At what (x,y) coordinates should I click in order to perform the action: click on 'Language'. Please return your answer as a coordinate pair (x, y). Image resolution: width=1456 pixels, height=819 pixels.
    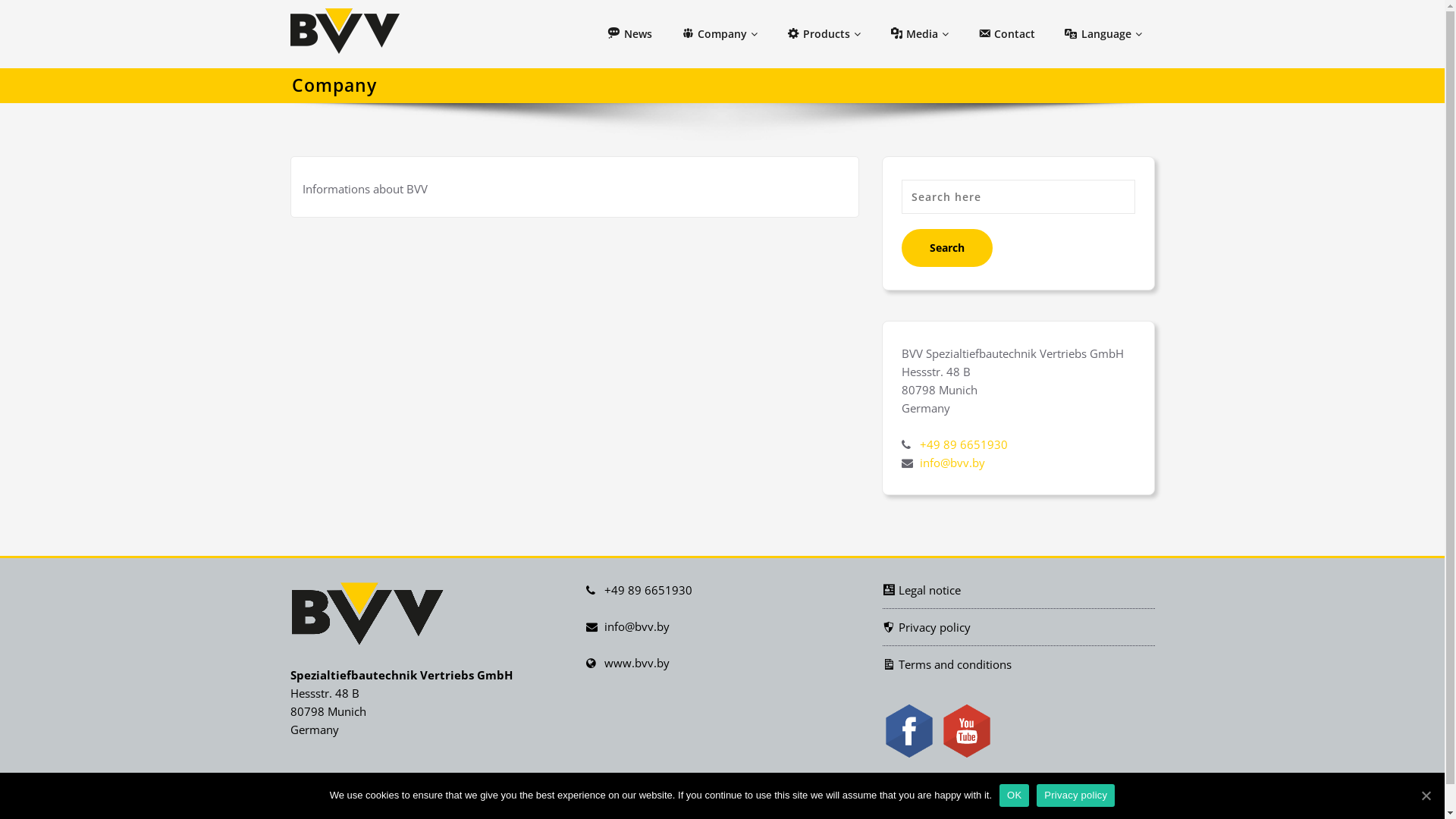
    Looking at the image, I should click on (1101, 34).